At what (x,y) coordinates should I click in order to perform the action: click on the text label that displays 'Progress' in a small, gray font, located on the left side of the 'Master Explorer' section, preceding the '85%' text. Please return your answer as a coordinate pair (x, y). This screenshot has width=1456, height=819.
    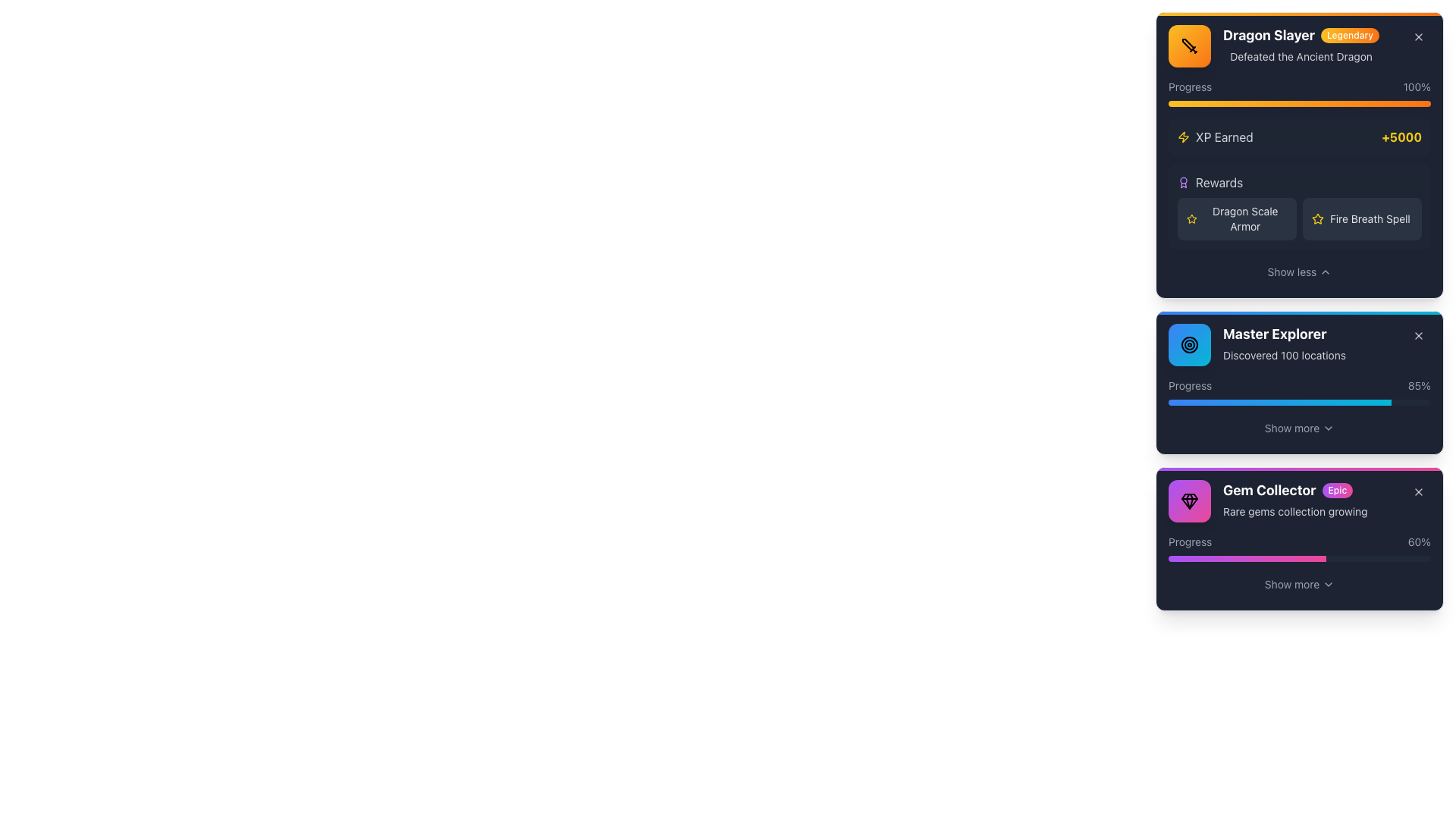
    Looking at the image, I should click on (1189, 385).